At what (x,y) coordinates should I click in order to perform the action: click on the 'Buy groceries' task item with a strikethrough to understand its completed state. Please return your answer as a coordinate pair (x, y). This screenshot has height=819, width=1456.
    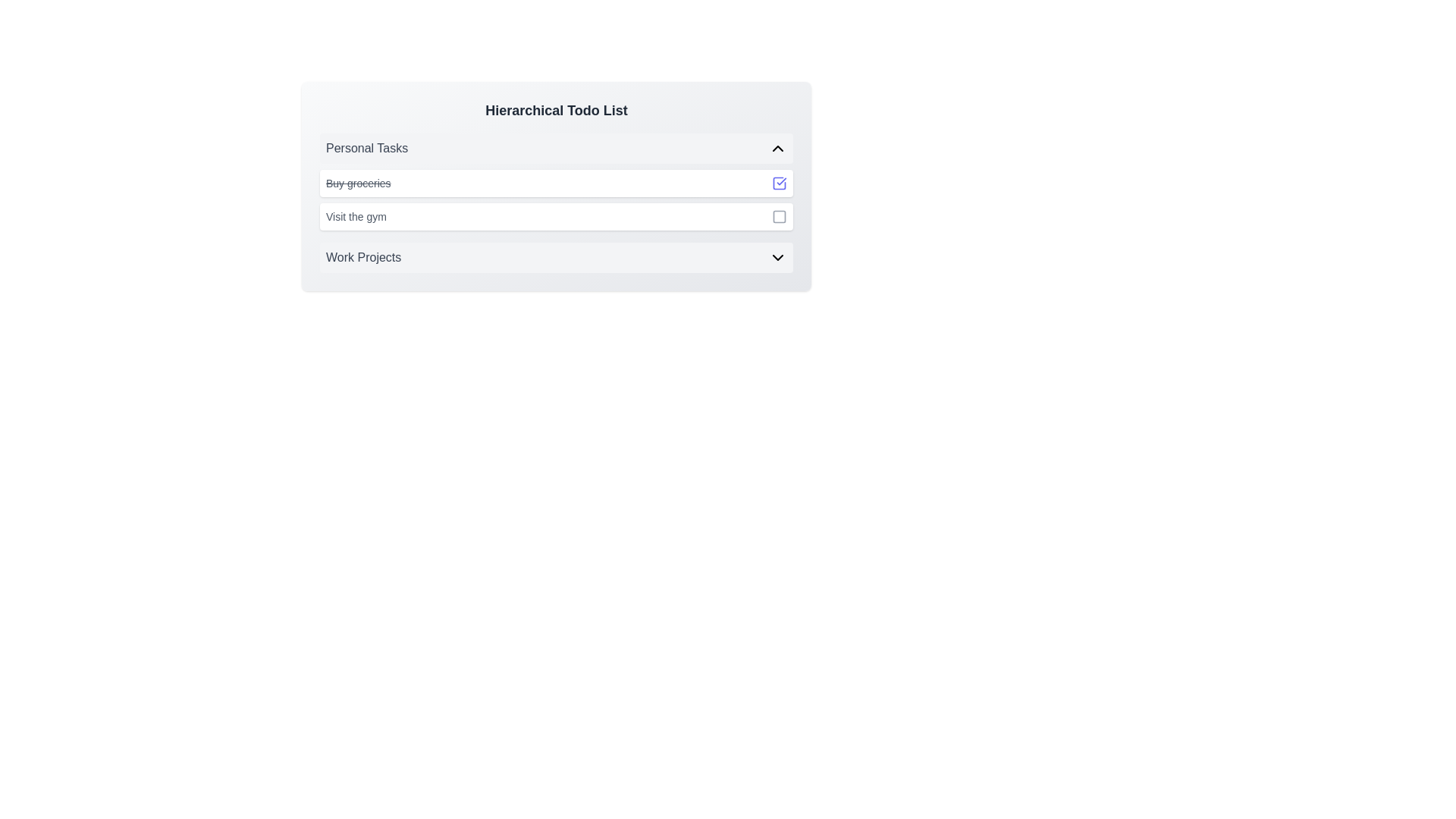
    Looking at the image, I should click on (556, 183).